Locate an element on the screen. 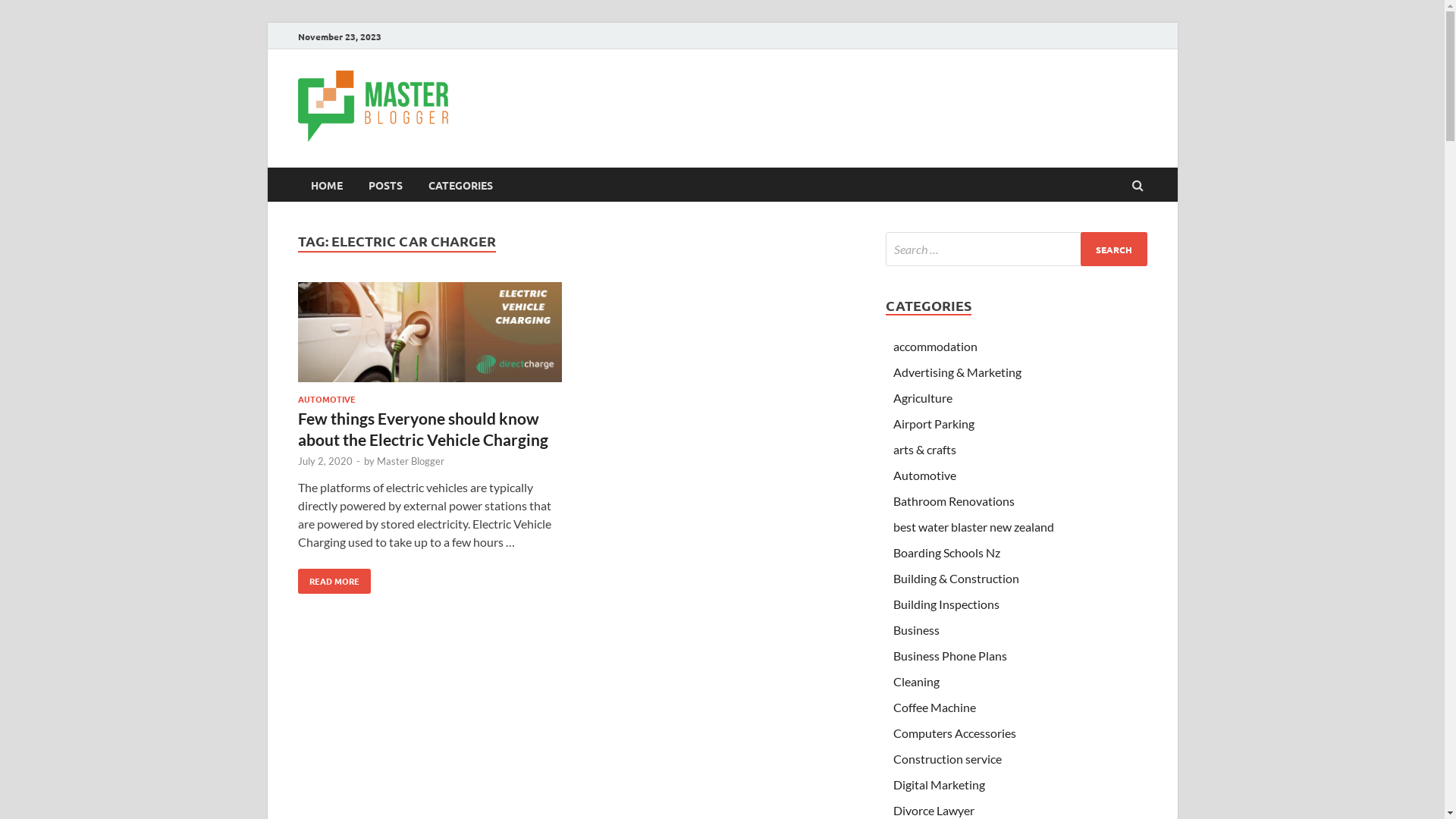  'Divorce Lawyer' is located at coordinates (933, 809).